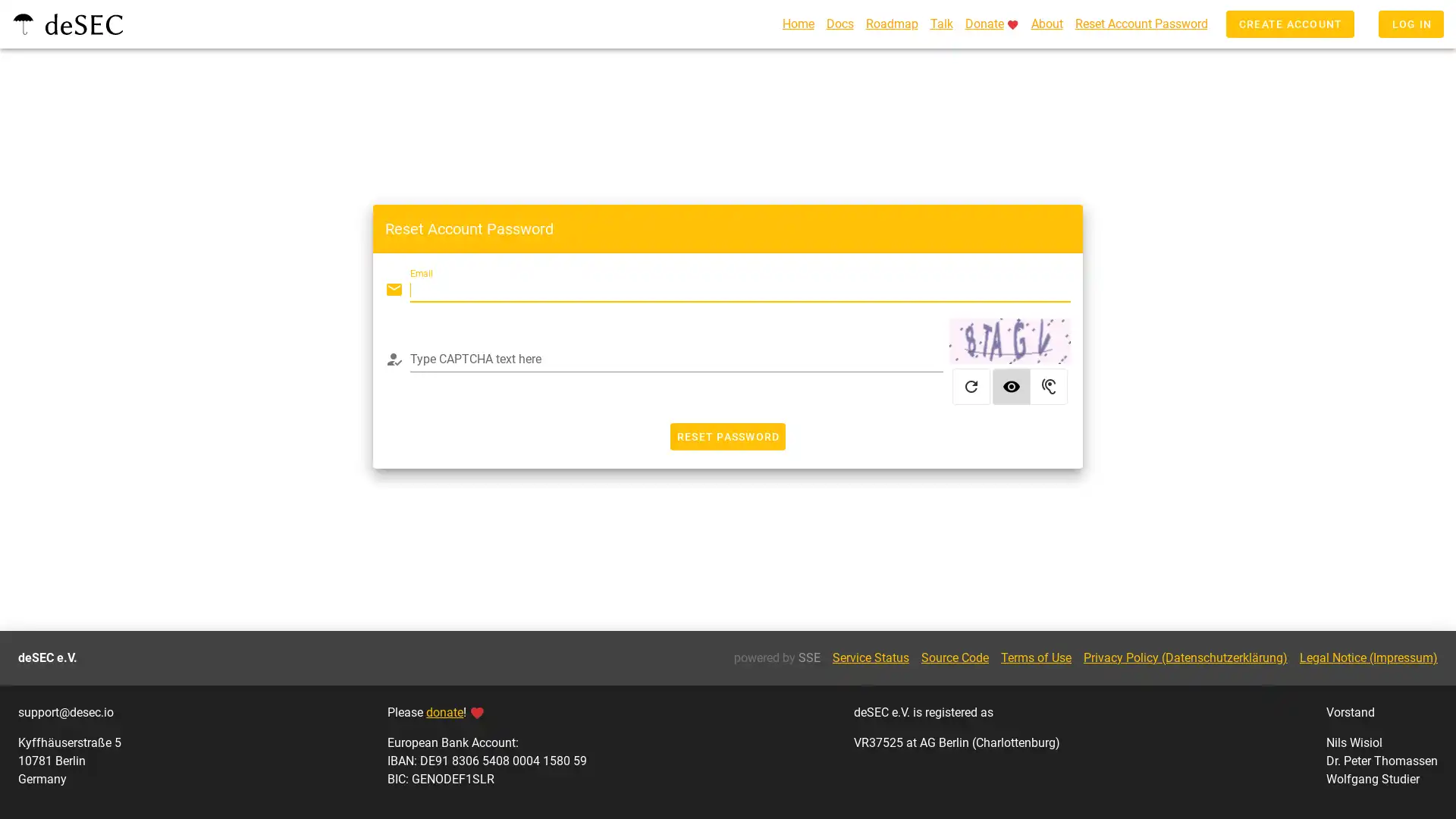 The height and width of the screenshot is (819, 1456). I want to click on Switch to Image CAPTCHA, so click(1012, 388).